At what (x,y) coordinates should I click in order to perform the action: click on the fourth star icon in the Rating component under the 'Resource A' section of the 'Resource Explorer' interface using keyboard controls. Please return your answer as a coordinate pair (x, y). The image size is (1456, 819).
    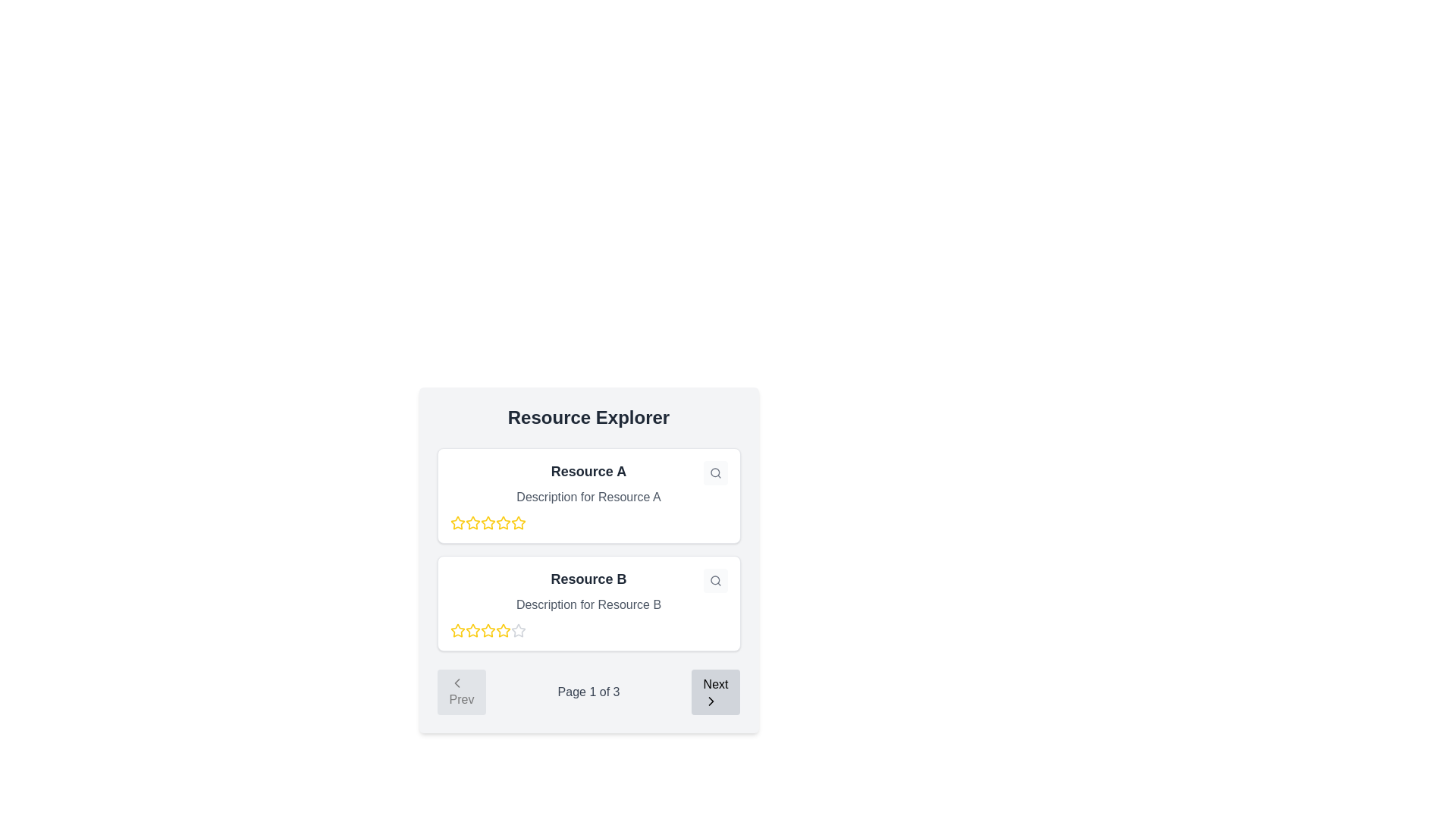
    Looking at the image, I should click on (488, 522).